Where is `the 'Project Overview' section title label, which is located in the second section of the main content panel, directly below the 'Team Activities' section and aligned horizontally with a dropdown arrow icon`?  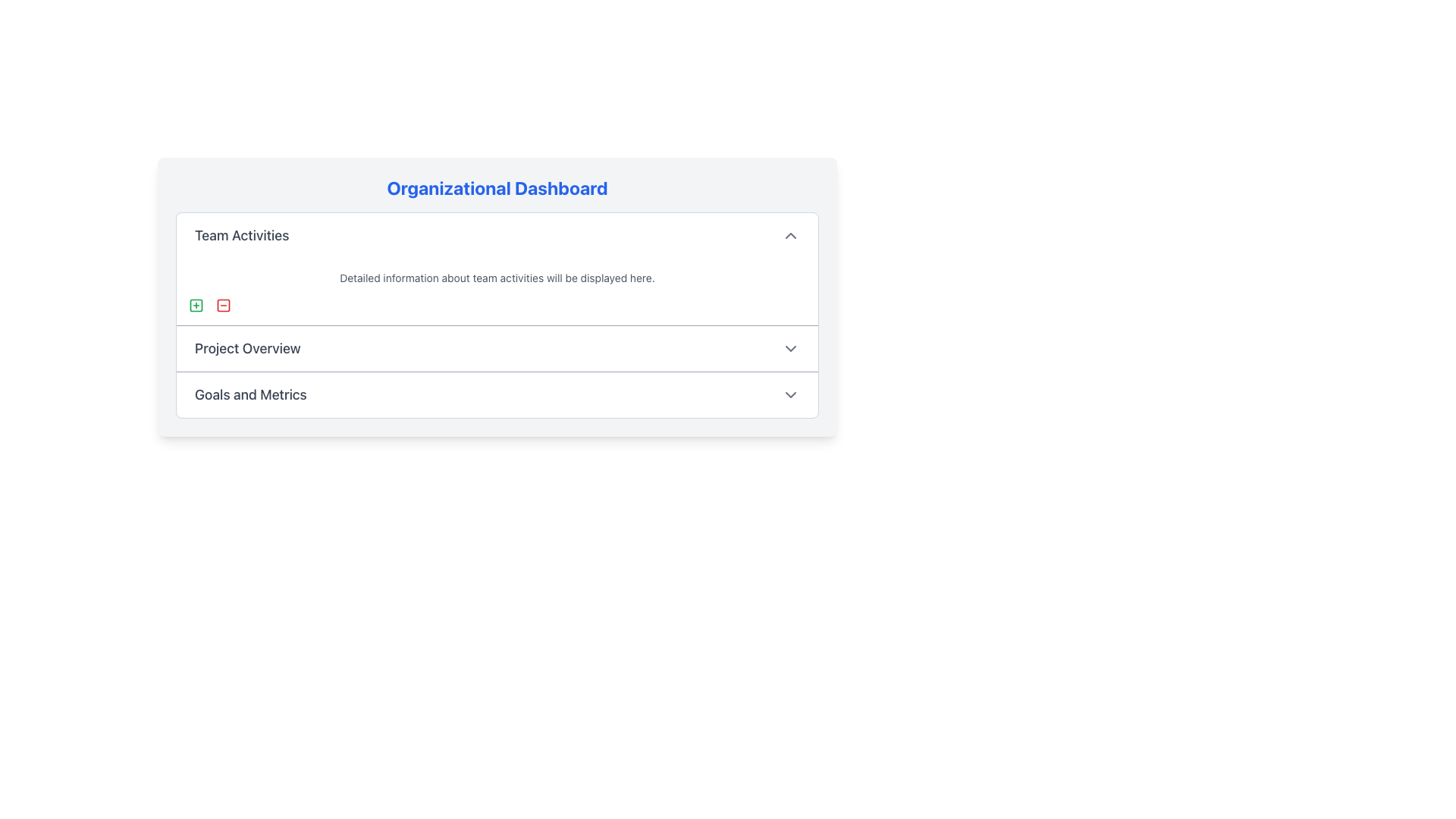
the 'Project Overview' section title label, which is located in the second section of the main content panel, directly below the 'Team Activities' section and aligned horizontally with a dropdown arrow icon is located at coordinates (247, 348).